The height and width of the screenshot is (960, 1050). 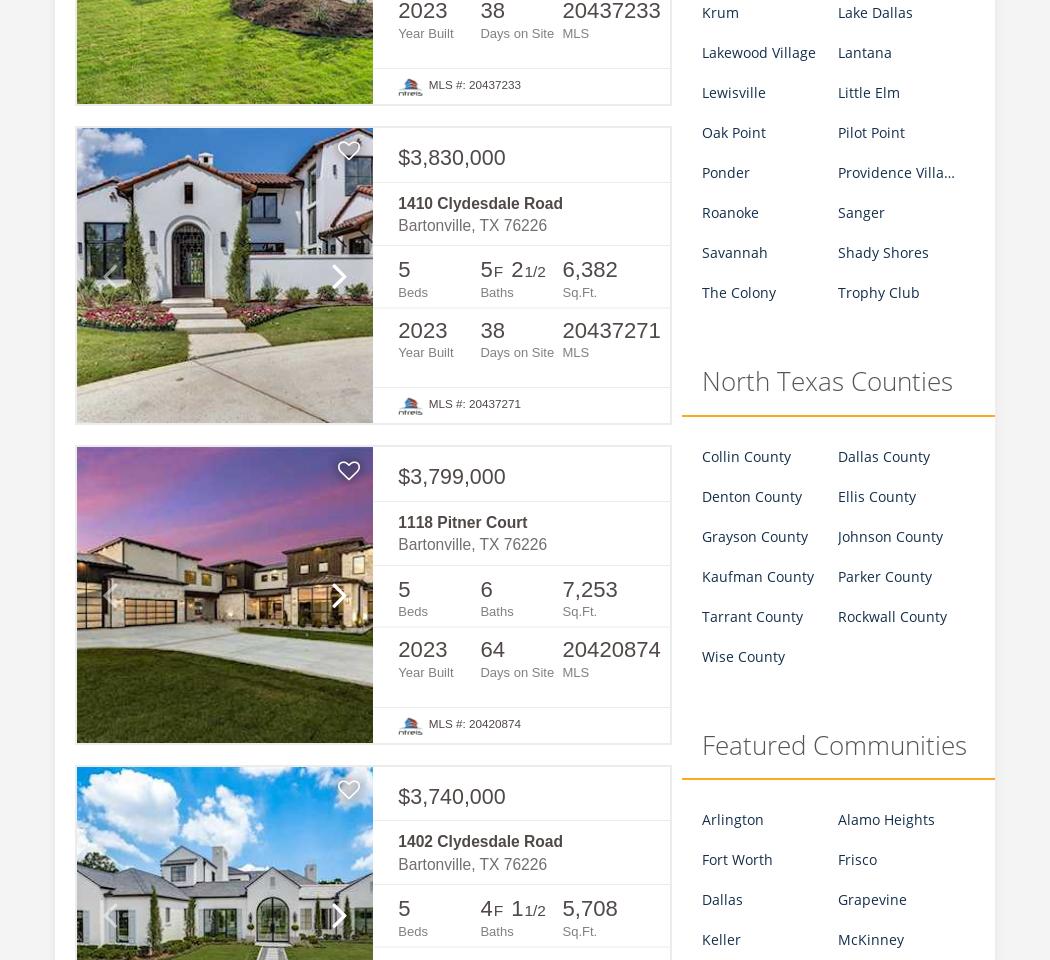 What do you see at coordinates (877, 291) in the screenshot?
I see `'Trophy Club'` at bounding box center [877, 291].